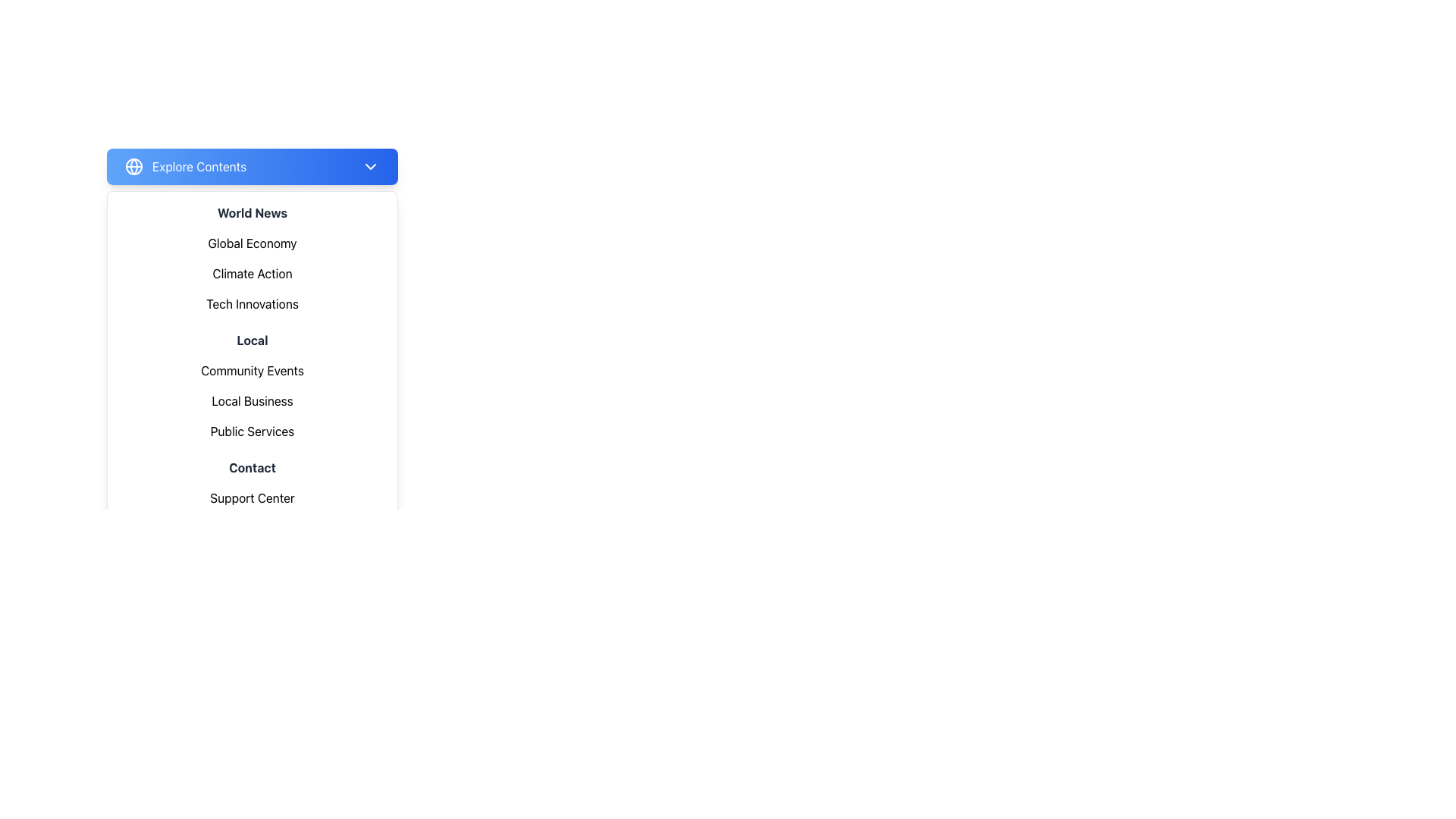 The height and width of the screenshot is (819, 1456). I want to click on the first navigational text label under the 'Local' heading in the dropdown menu, so click(252, 371).